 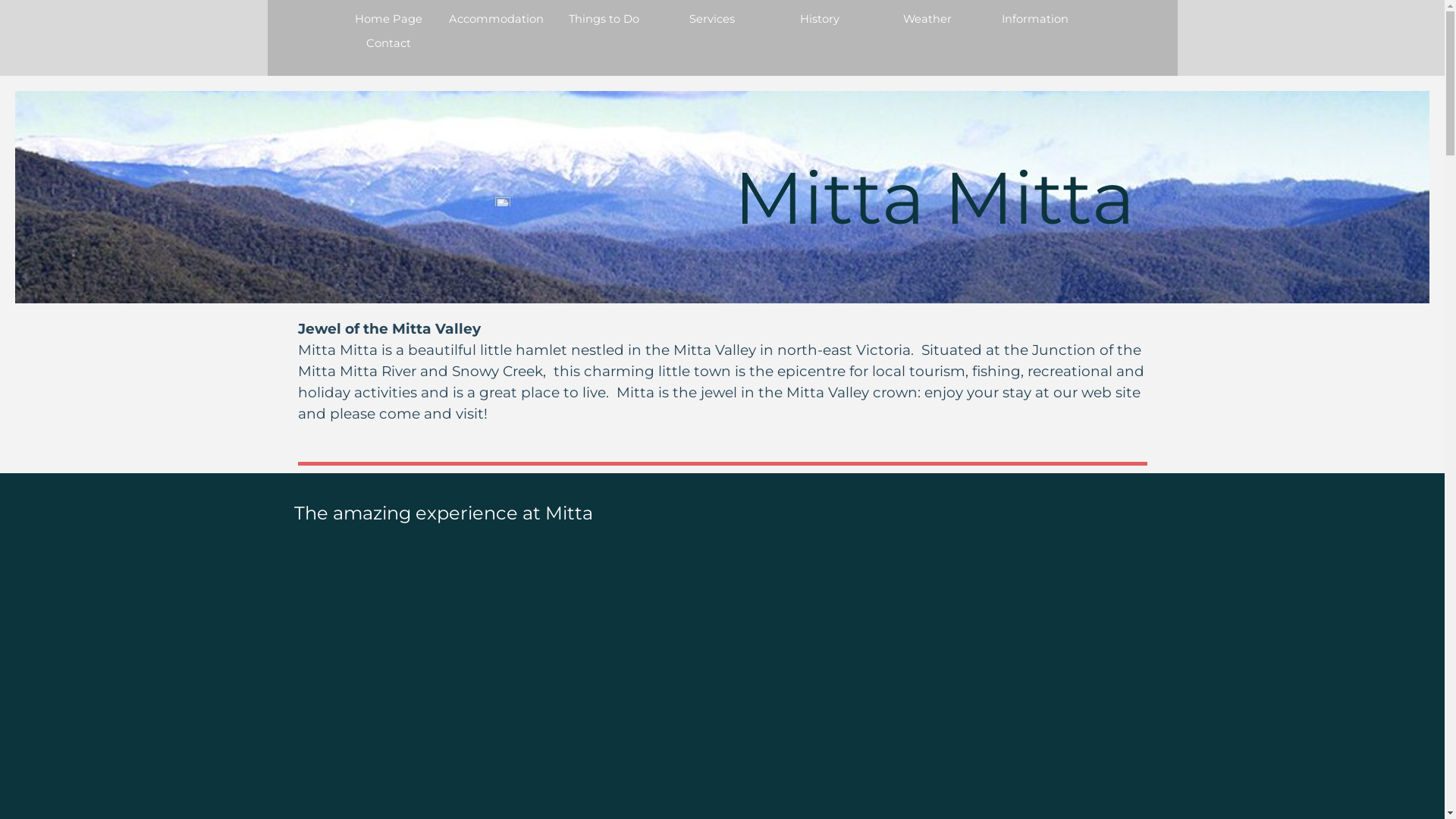 What do you see at coordinates (496, 18) in the screenshot?
I see `'Accommodation'` at bounding box center [496, 18].